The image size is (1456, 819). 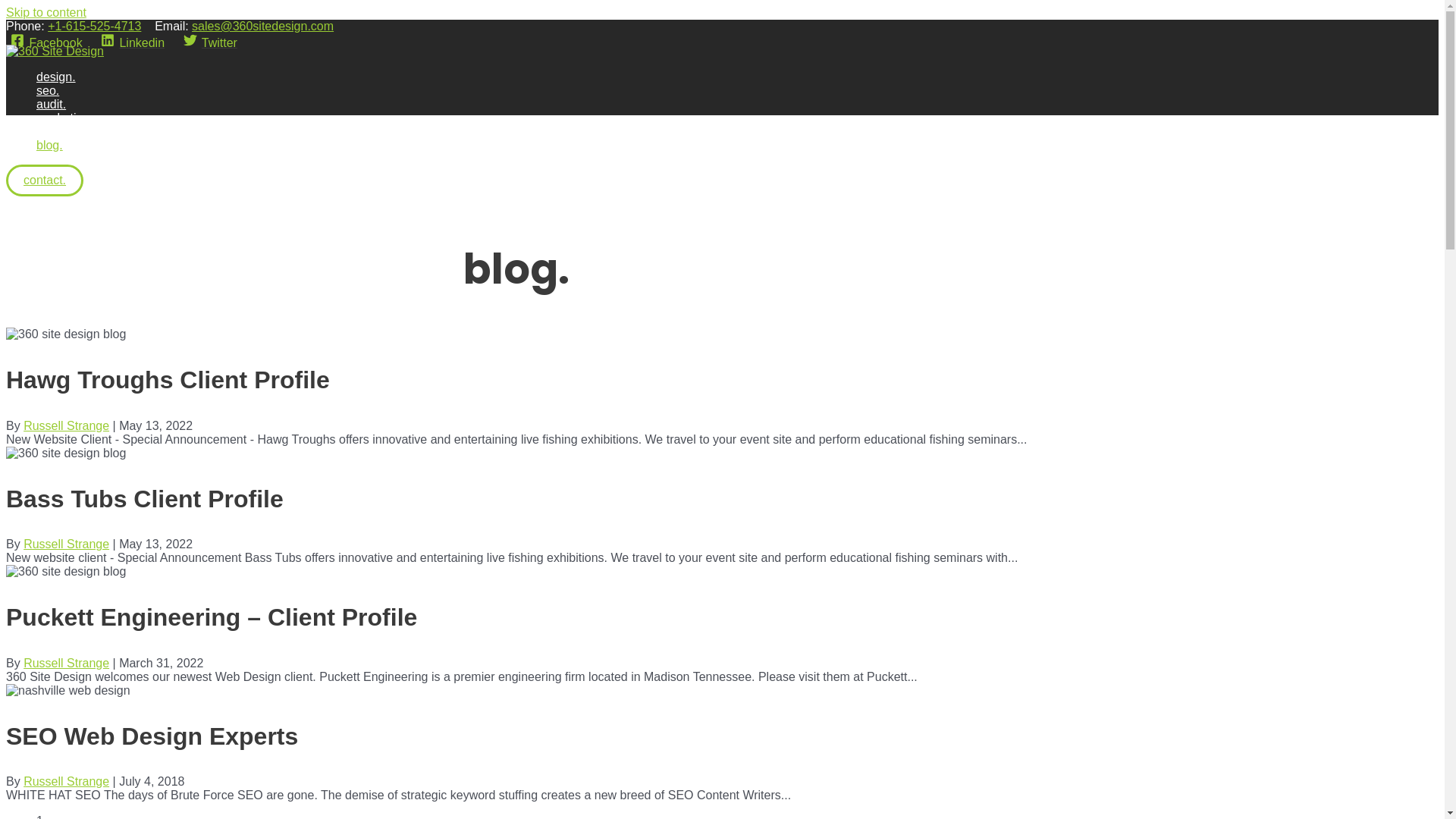 I want to click on 'sales@360sitedesign.com', so click(x=262, y=26).